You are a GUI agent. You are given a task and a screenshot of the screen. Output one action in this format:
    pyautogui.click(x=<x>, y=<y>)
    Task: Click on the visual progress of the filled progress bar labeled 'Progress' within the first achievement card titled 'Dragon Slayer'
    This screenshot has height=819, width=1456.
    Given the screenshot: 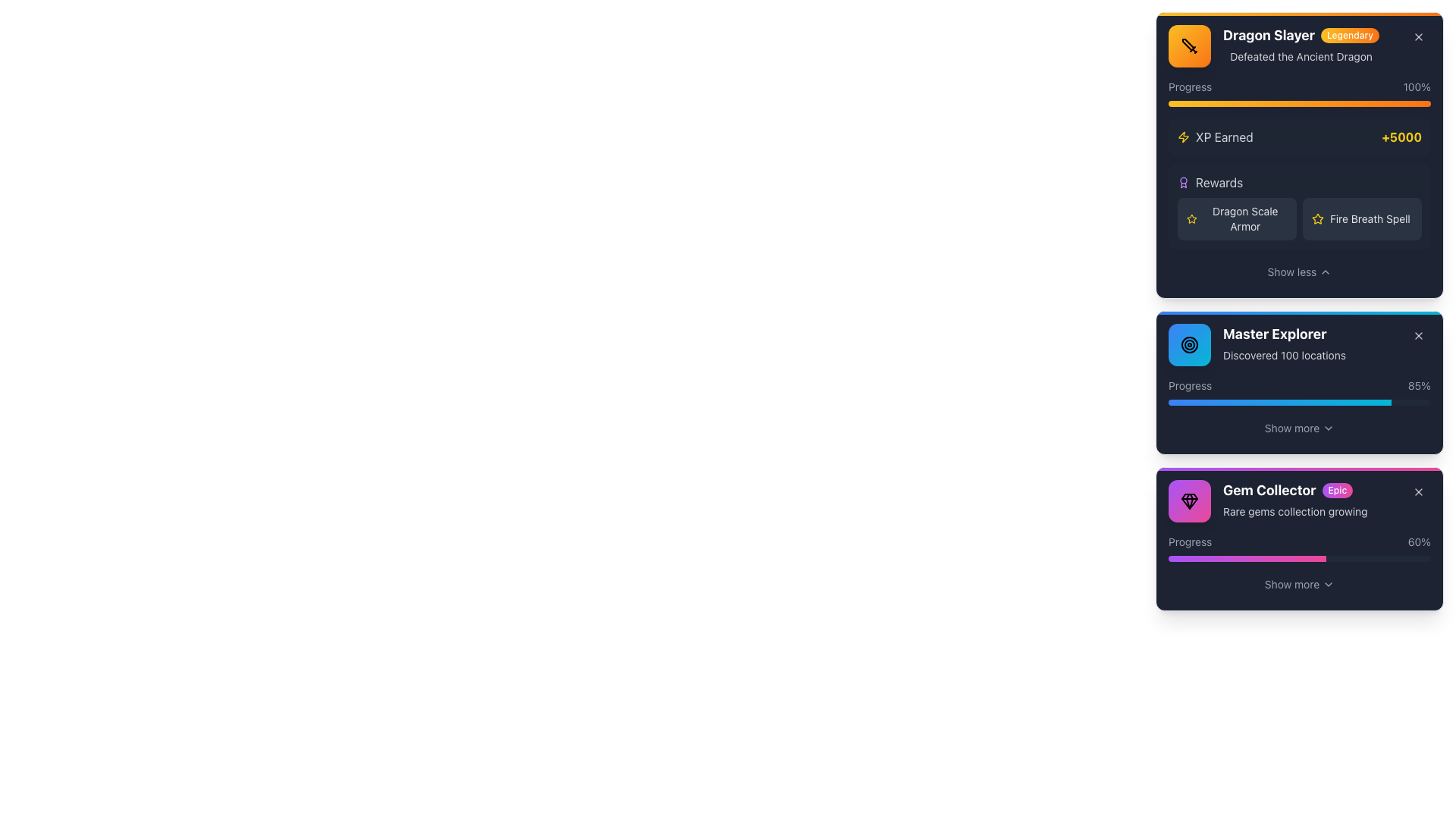 What is the action you would take?
    pyautogui.click(x=1298, y=93)
    